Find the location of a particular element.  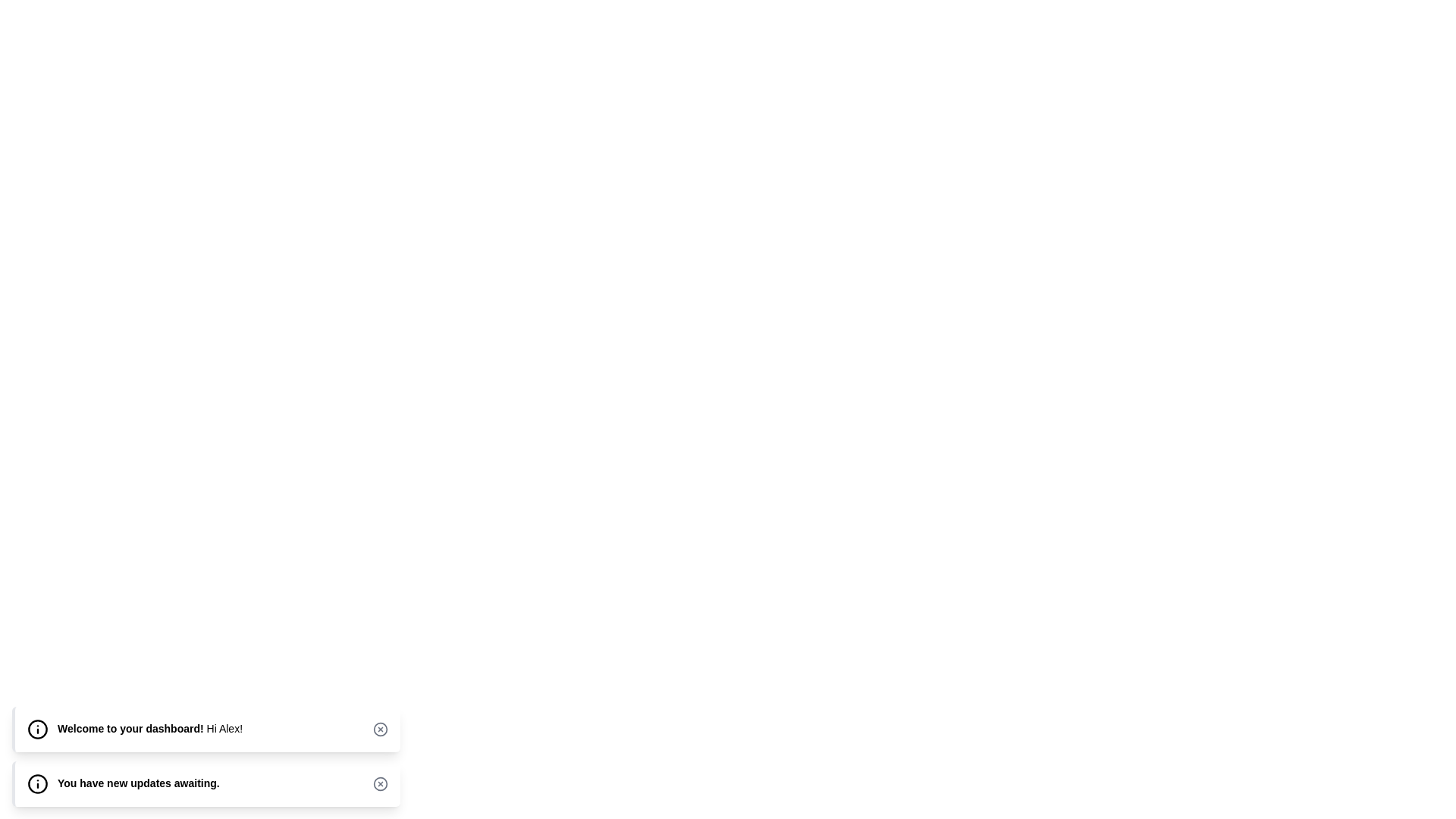

the decorative circular border of the 'info' icon located near the upper-left of the smaller notification widget at the bottom left of the interface is located at coordinates (37, 783).